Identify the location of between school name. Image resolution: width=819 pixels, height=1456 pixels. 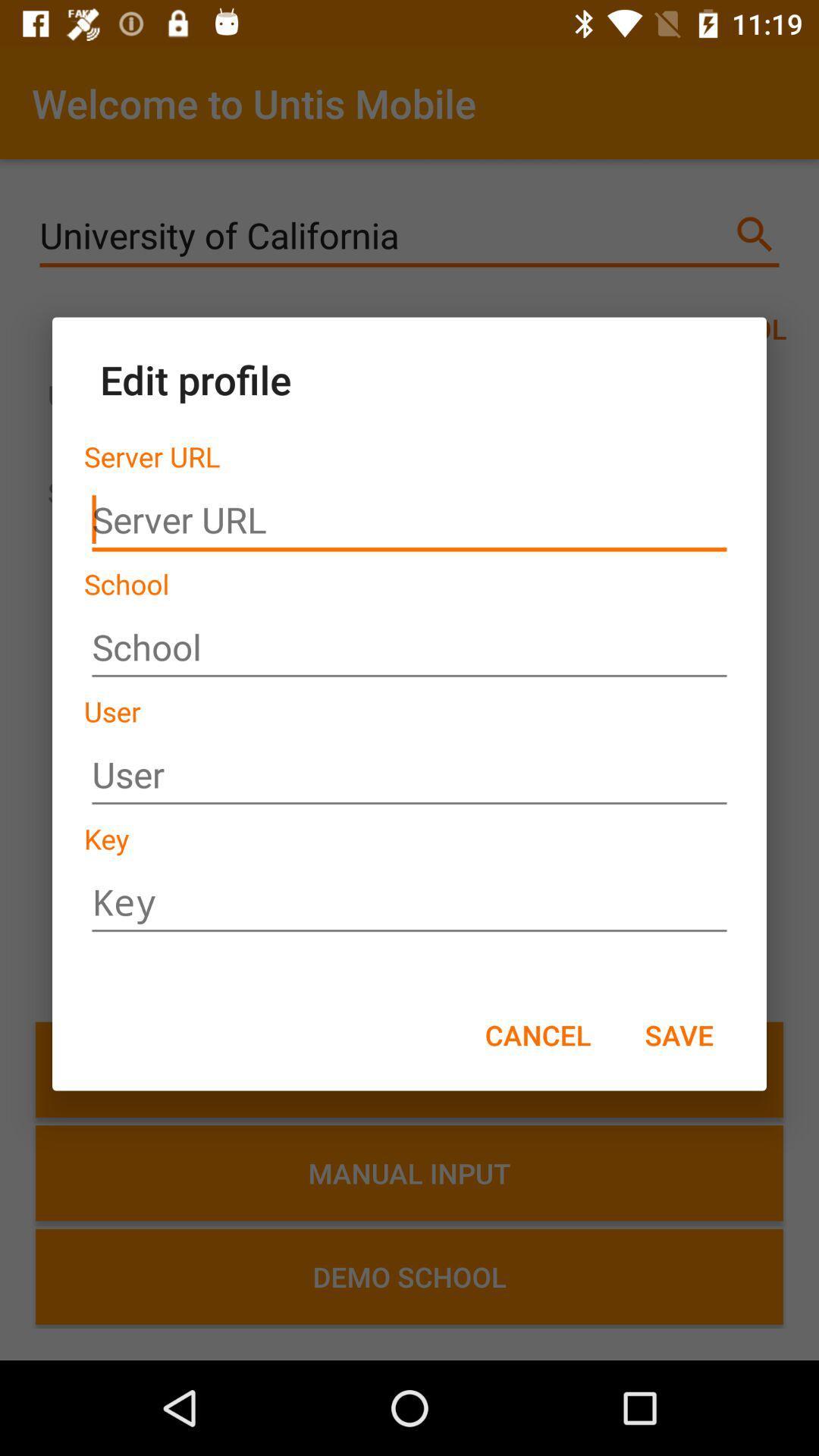
(409, 648).